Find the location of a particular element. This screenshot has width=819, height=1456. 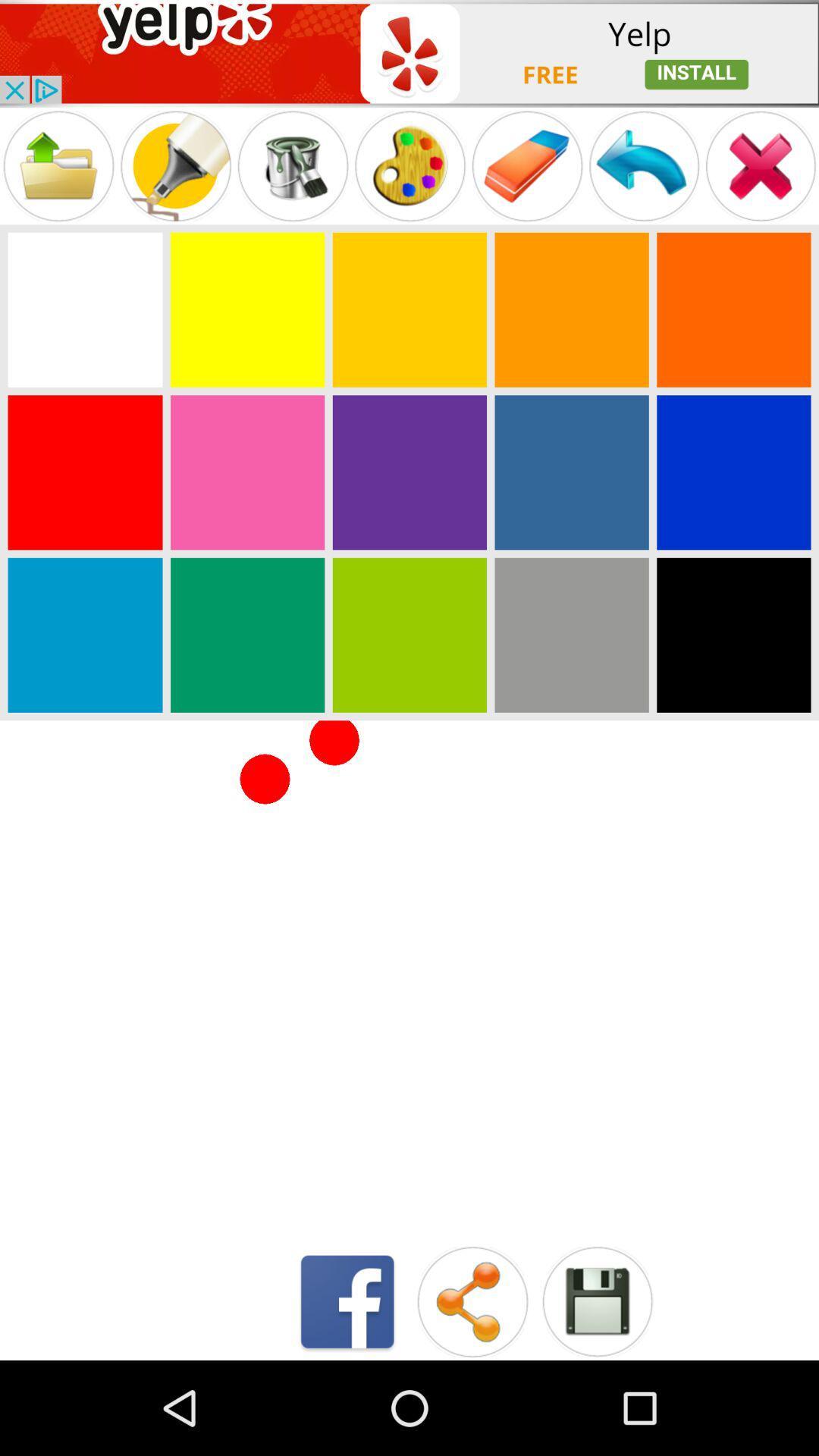

advertisement source is located at coordinates (409, 53).